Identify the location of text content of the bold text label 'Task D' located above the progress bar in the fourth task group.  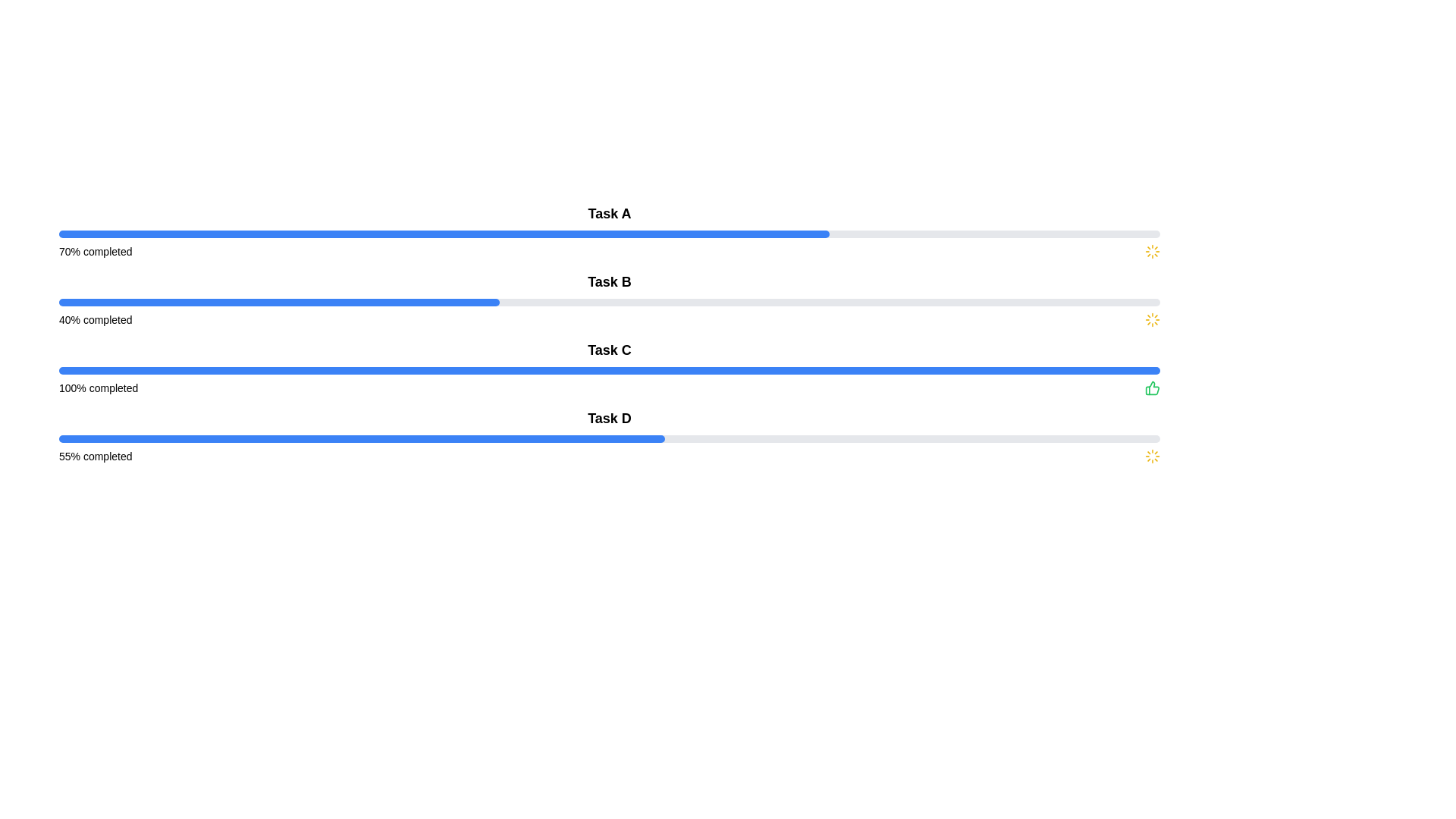
(610, 418).